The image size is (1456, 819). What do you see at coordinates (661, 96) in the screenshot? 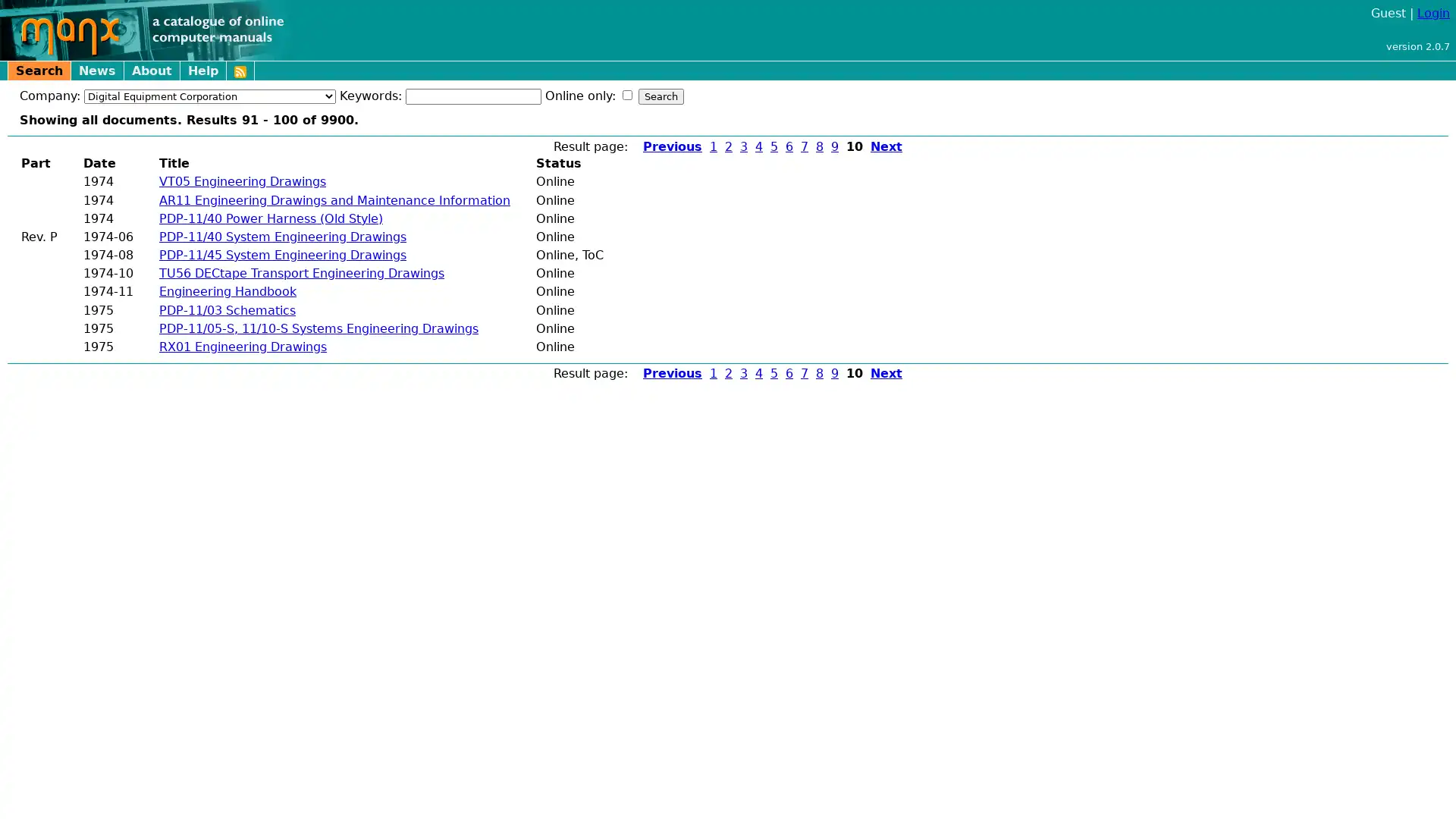
I see `Search` at bounding box center [661, 96].